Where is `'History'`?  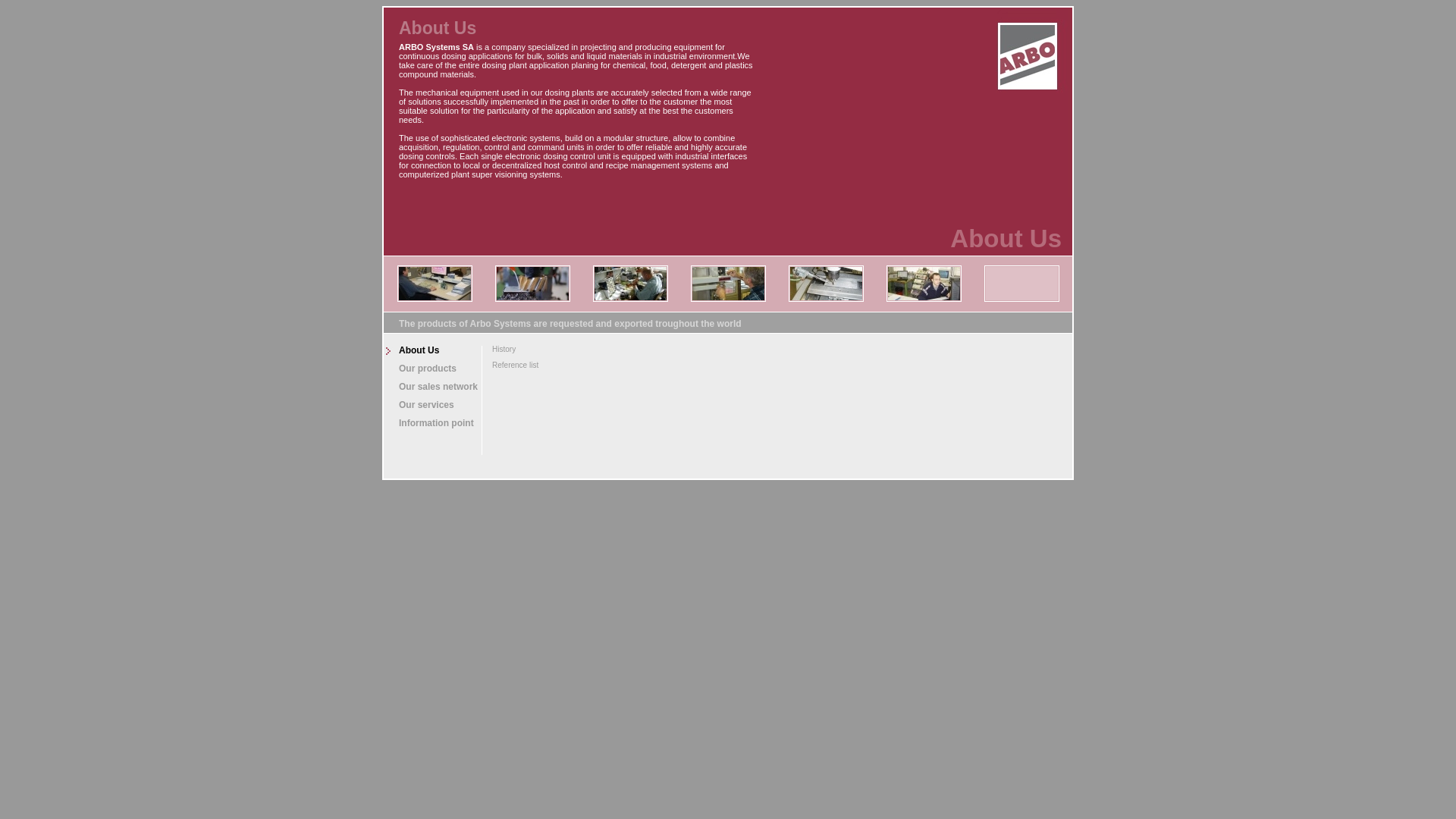 'History' is located at coordinates (512, 349).